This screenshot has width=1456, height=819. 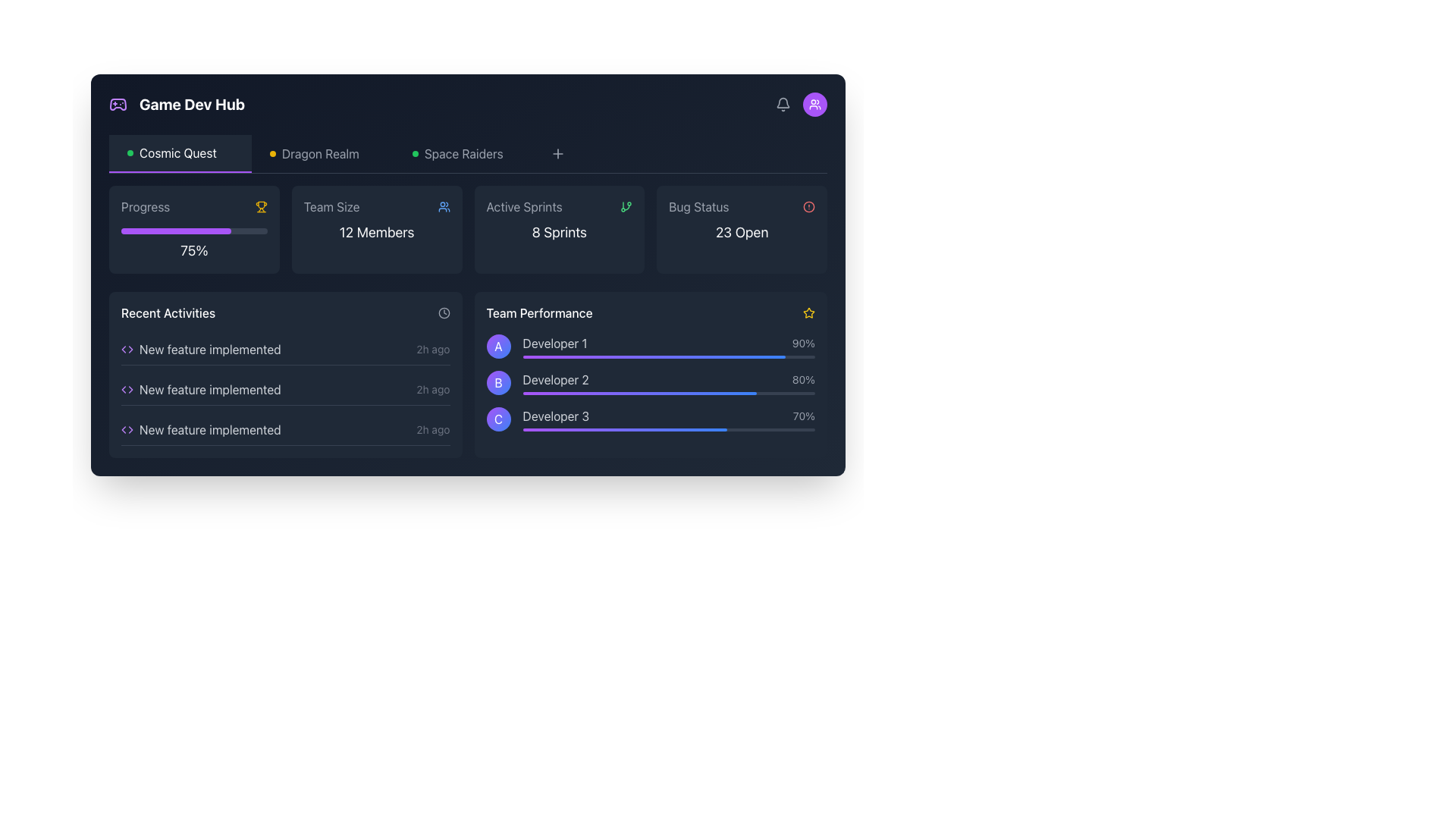 What do you see at coordinates (319, 154) in the screenshot?
I see `the Text label that serves as a navigational reference within the horizontal bar, located between 'Cosmic Quest' and 'Space Raiders'` at bounding box center [319, 154].